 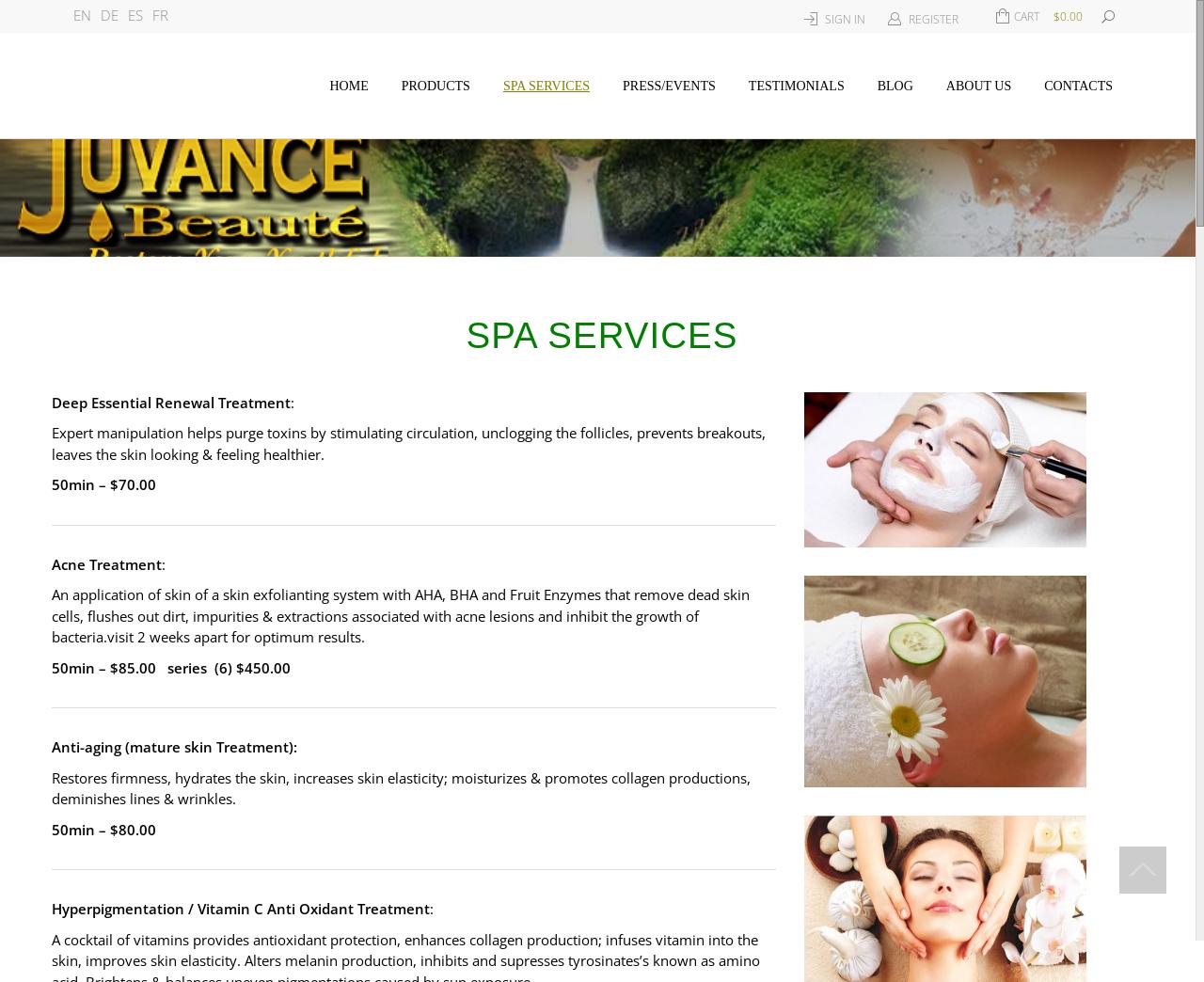 What do you see at coordinates (240, 908) in the screenshot?
I see `'Hyperpigmentation / Vitamin C Anti Oxidant Treatment'` at bounding box center [240, 908].